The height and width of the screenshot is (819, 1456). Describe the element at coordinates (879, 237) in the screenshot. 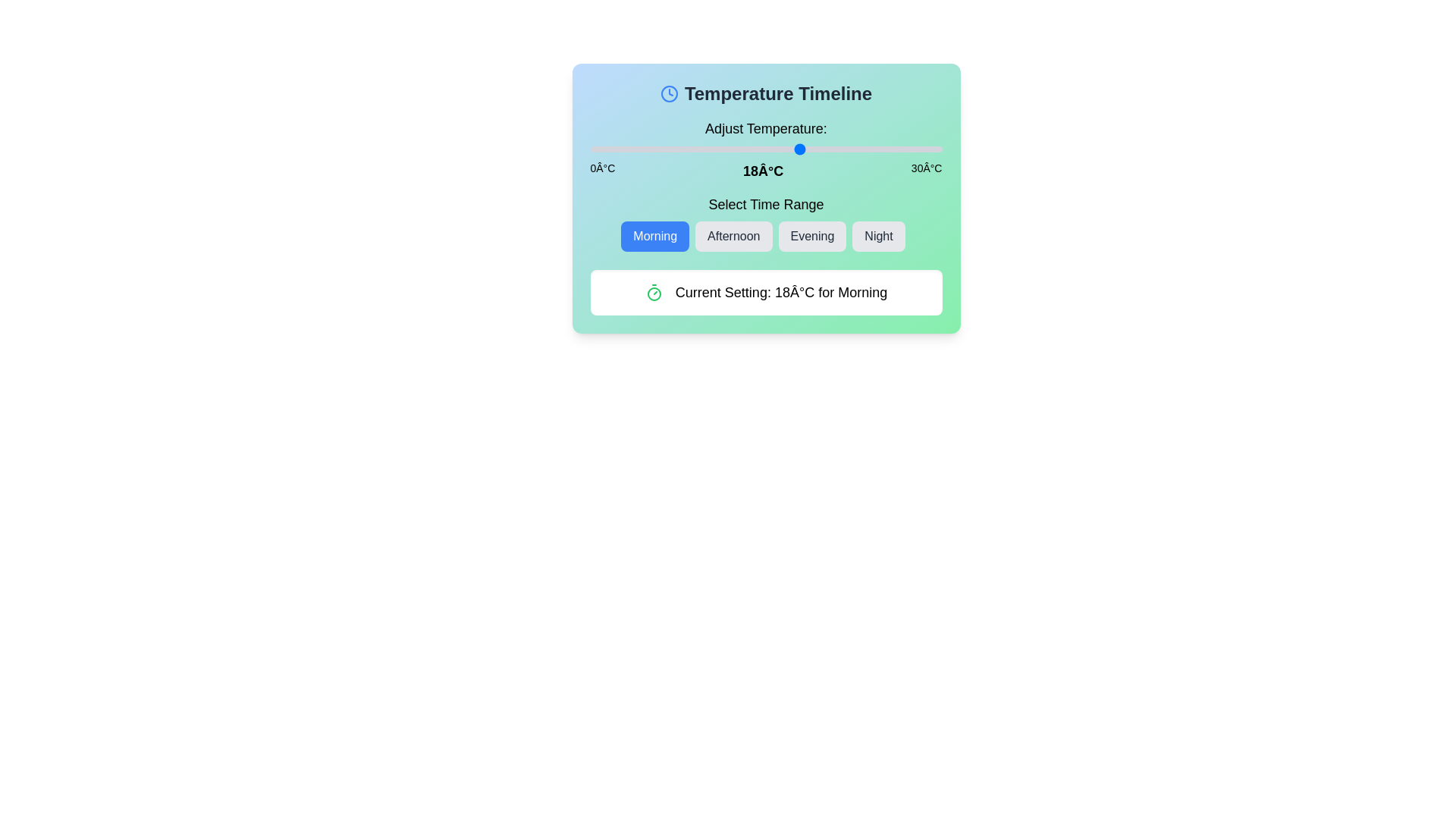

I see `the 'Night' button to select the corresponding time range` at that location.